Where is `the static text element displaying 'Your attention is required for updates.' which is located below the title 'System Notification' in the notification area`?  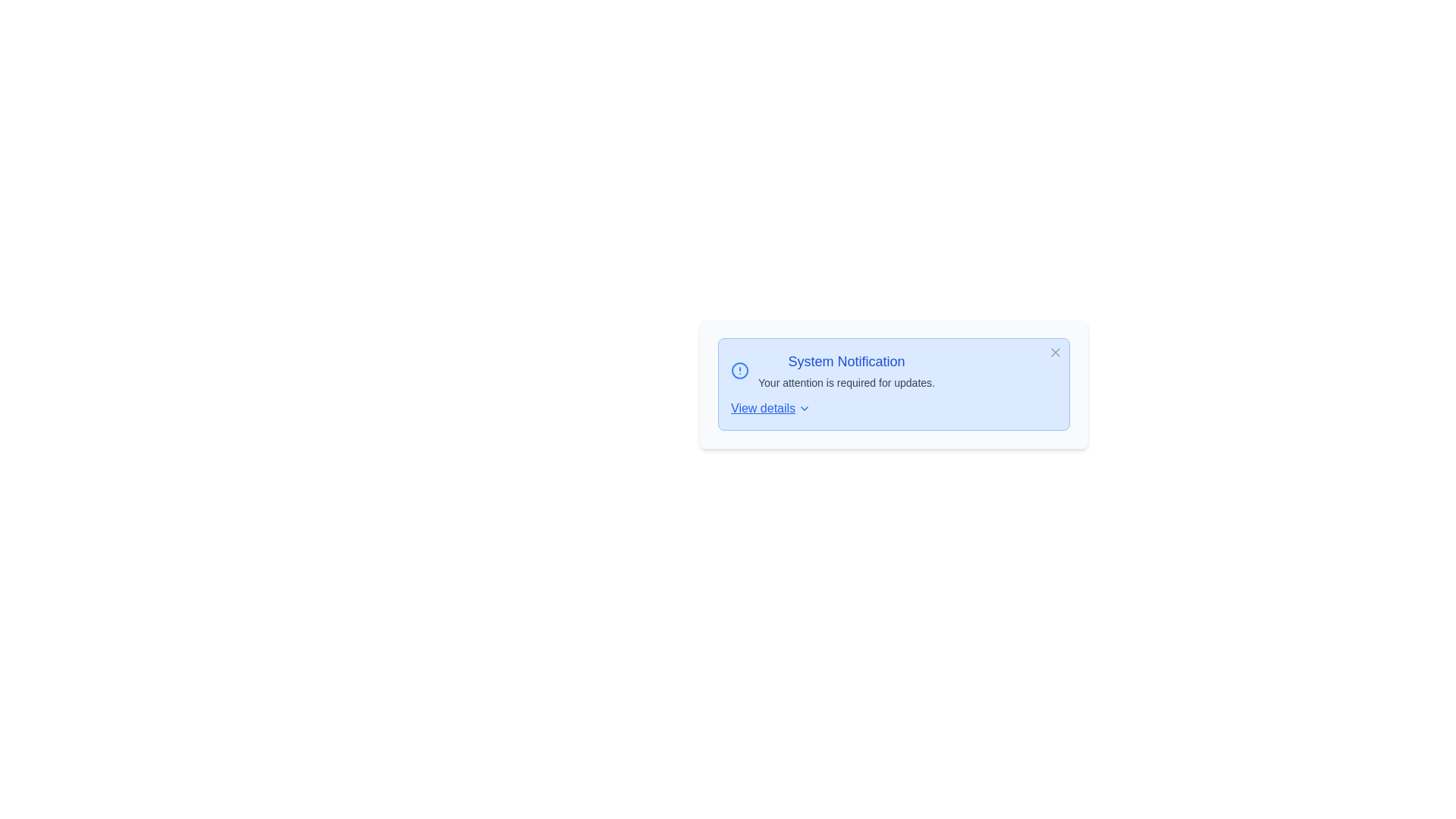 the static text element displaying 'Your attention is required for updates.' which is located below the title 'System Notification' in the notification area is located at coordinates (846, 382).